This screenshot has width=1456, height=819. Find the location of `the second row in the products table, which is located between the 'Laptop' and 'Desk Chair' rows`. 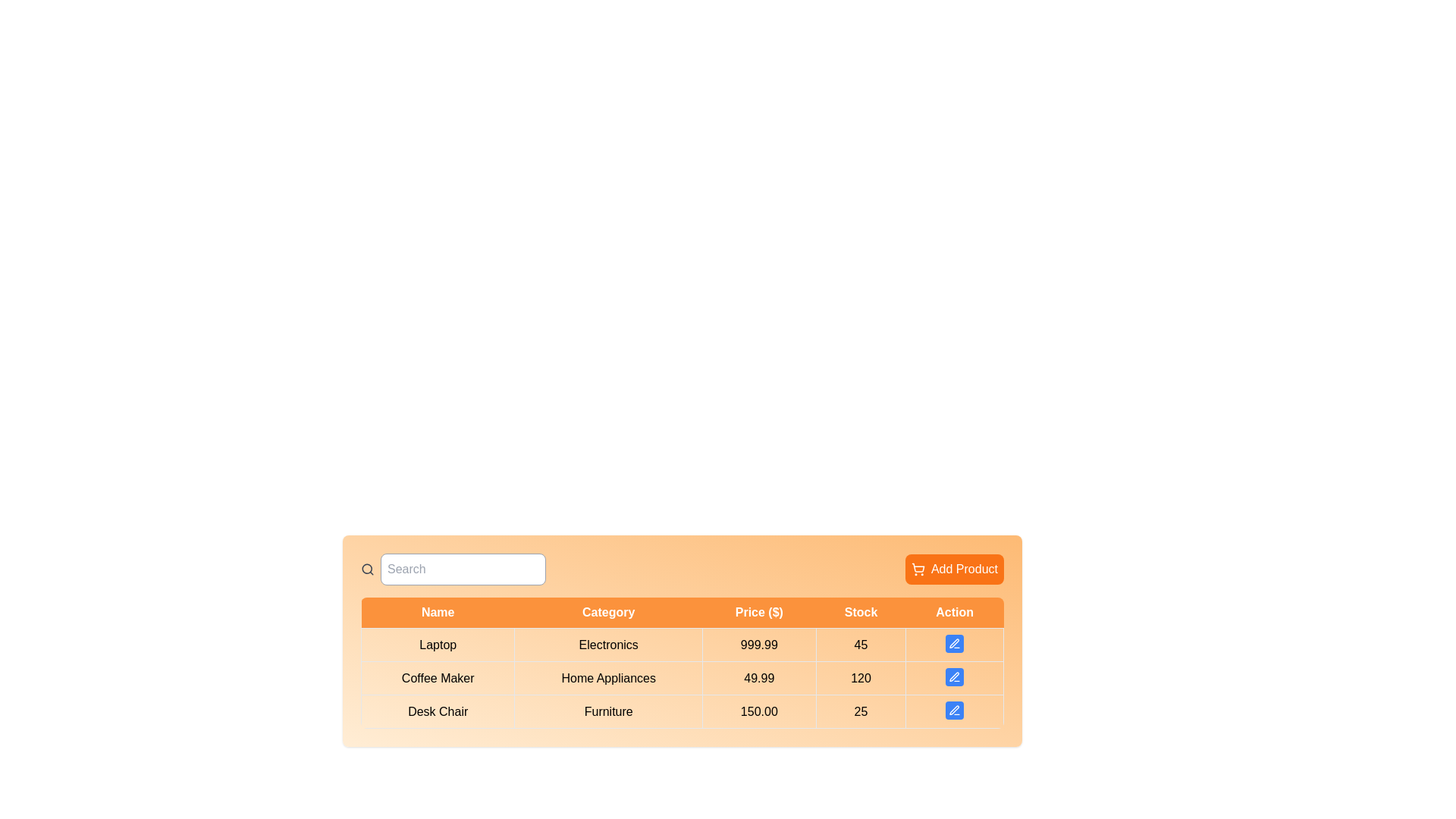

the second row in the products table, which is located between the 'Laptop' and 'Desk Chair' rows is located at coordinates (682, 677).